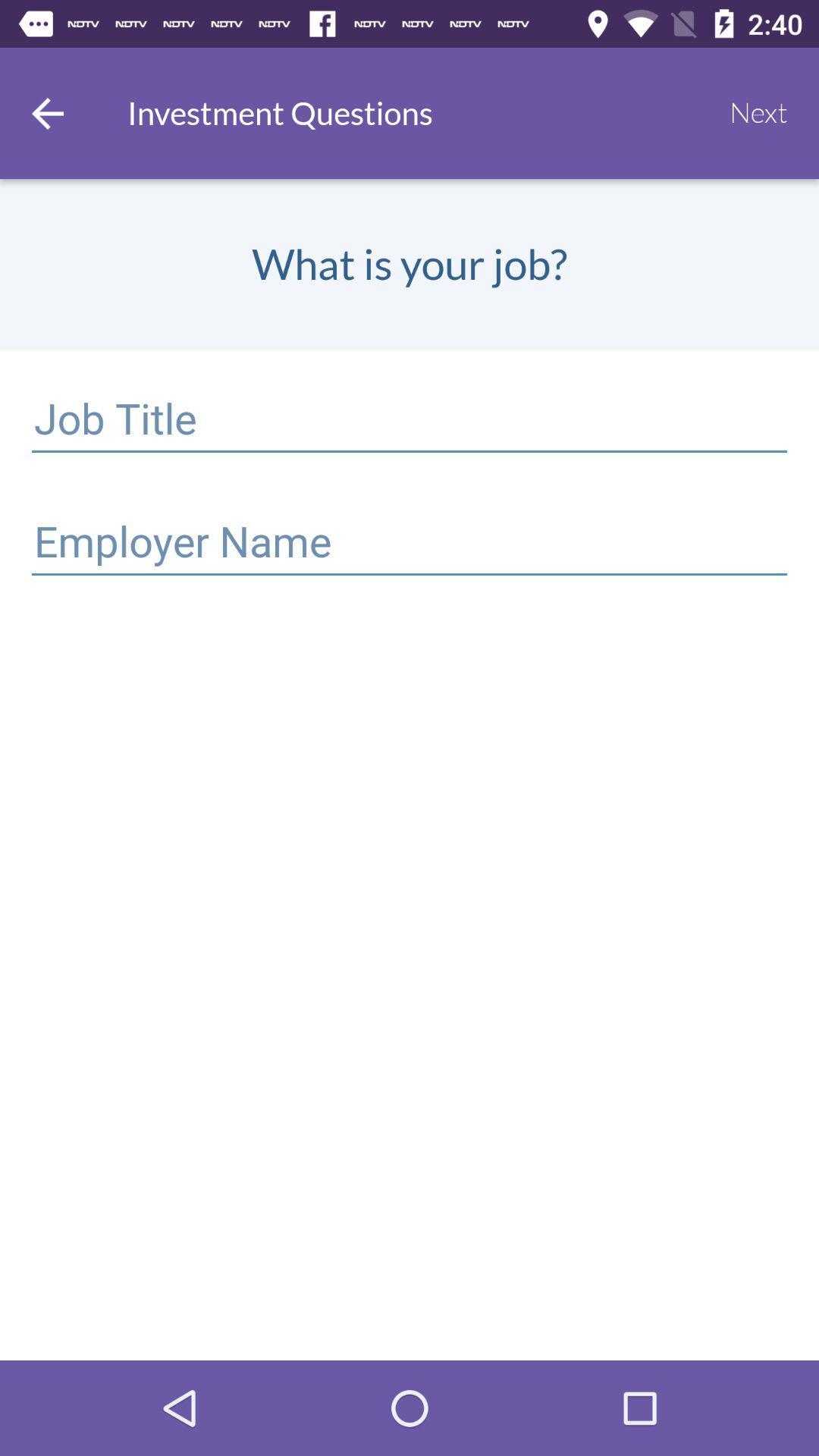 This screenshot has height=1456, width=819. What do you see at coordinates (758, 112) in the screenshot?
I see `the item to the right of the investment questions icon` at bounding box center [758, 112].